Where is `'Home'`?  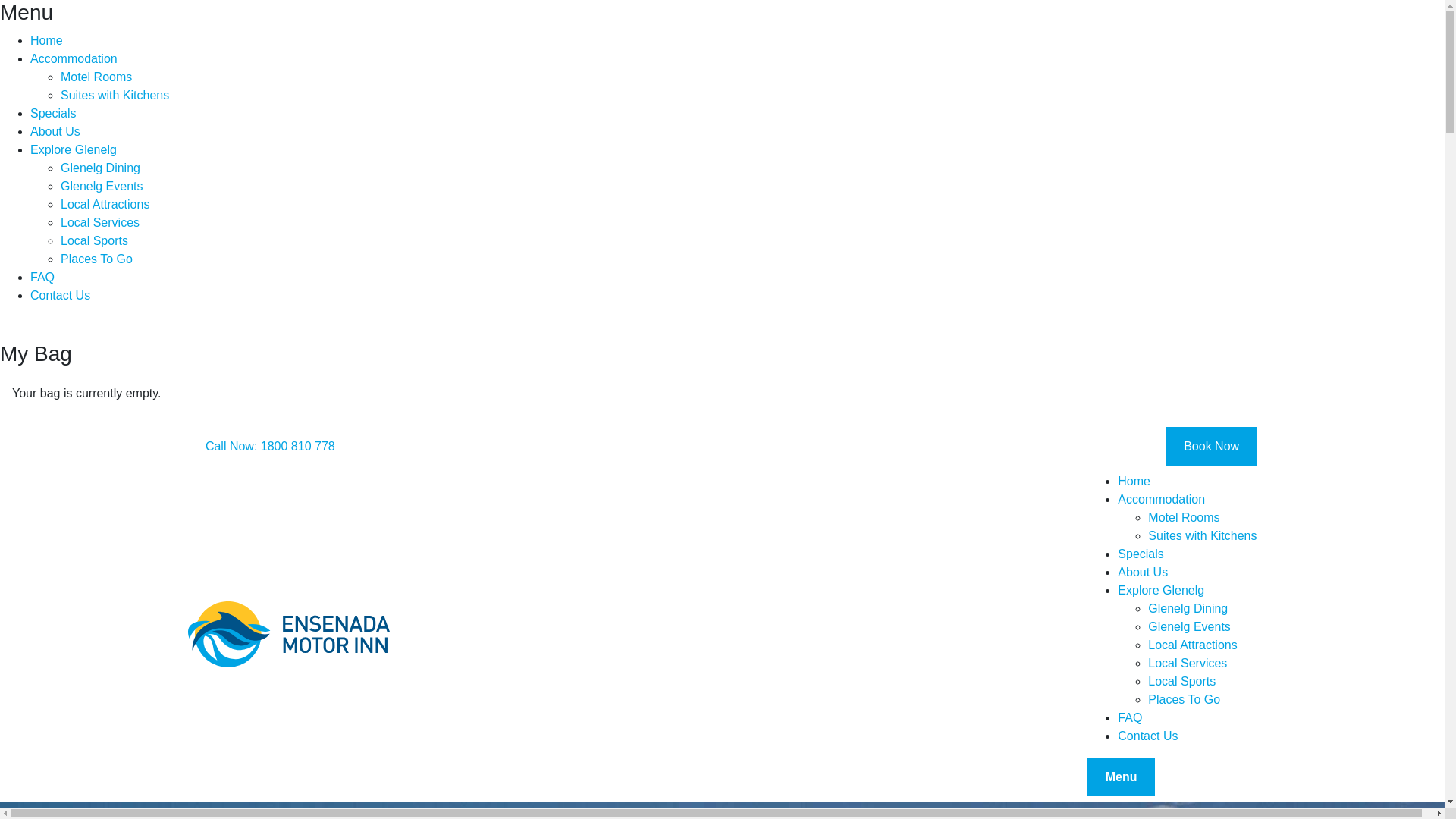 'Home' is located at coordinates (1186, 482).